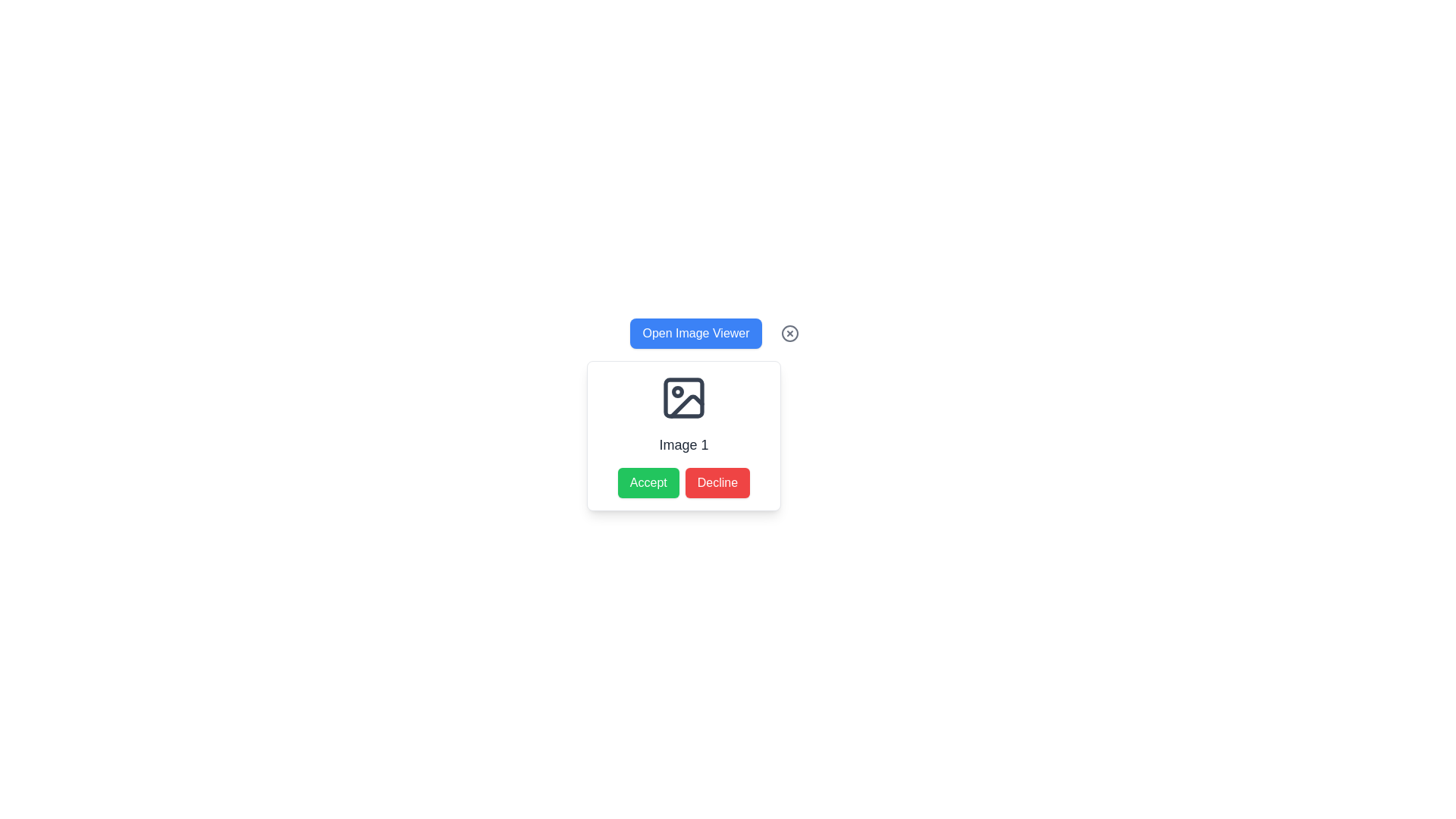  I want to click on the accept button located below 'Image 1' and to the left of the red 'Decline' button to accept the action or offer, so click(648, 482).